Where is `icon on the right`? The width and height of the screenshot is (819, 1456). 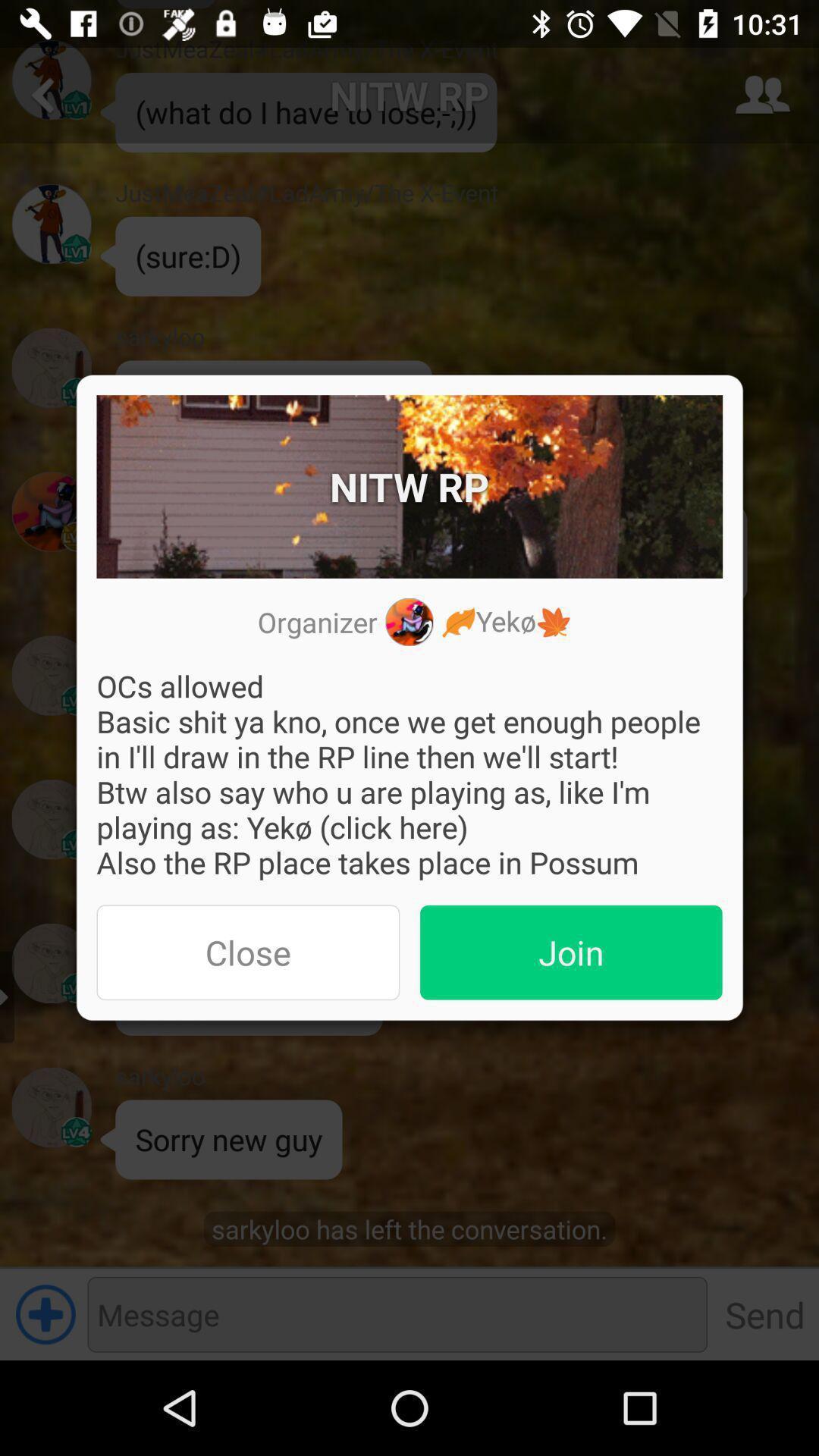 icon on the right is located at coordinates (571, 952).